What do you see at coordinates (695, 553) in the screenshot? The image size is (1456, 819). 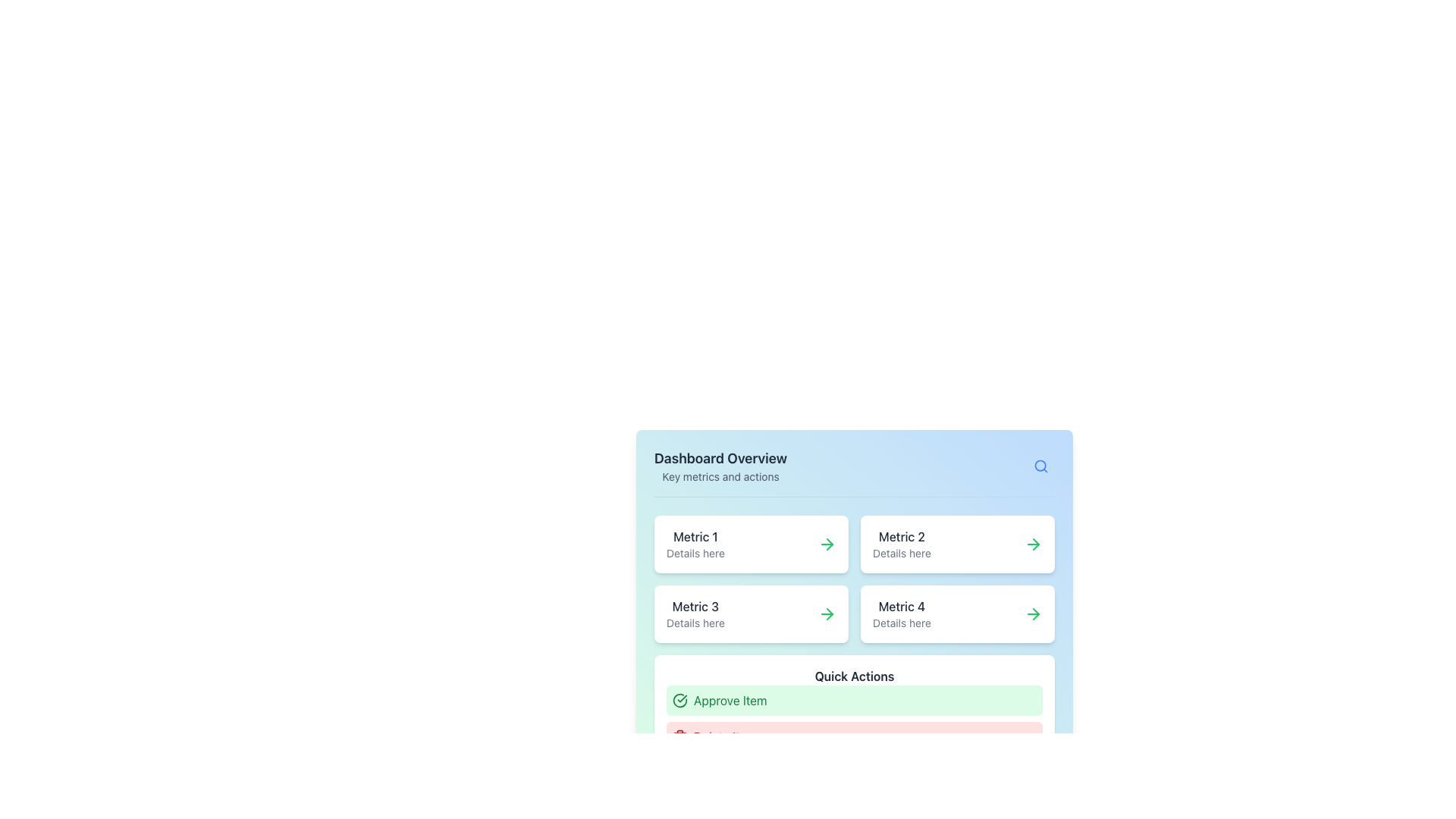 I see `the text label displaying 'Details here', which is located directly under the bold text 'Metric 1' in the first card of the grid layout` at bounding box center [695, 553].